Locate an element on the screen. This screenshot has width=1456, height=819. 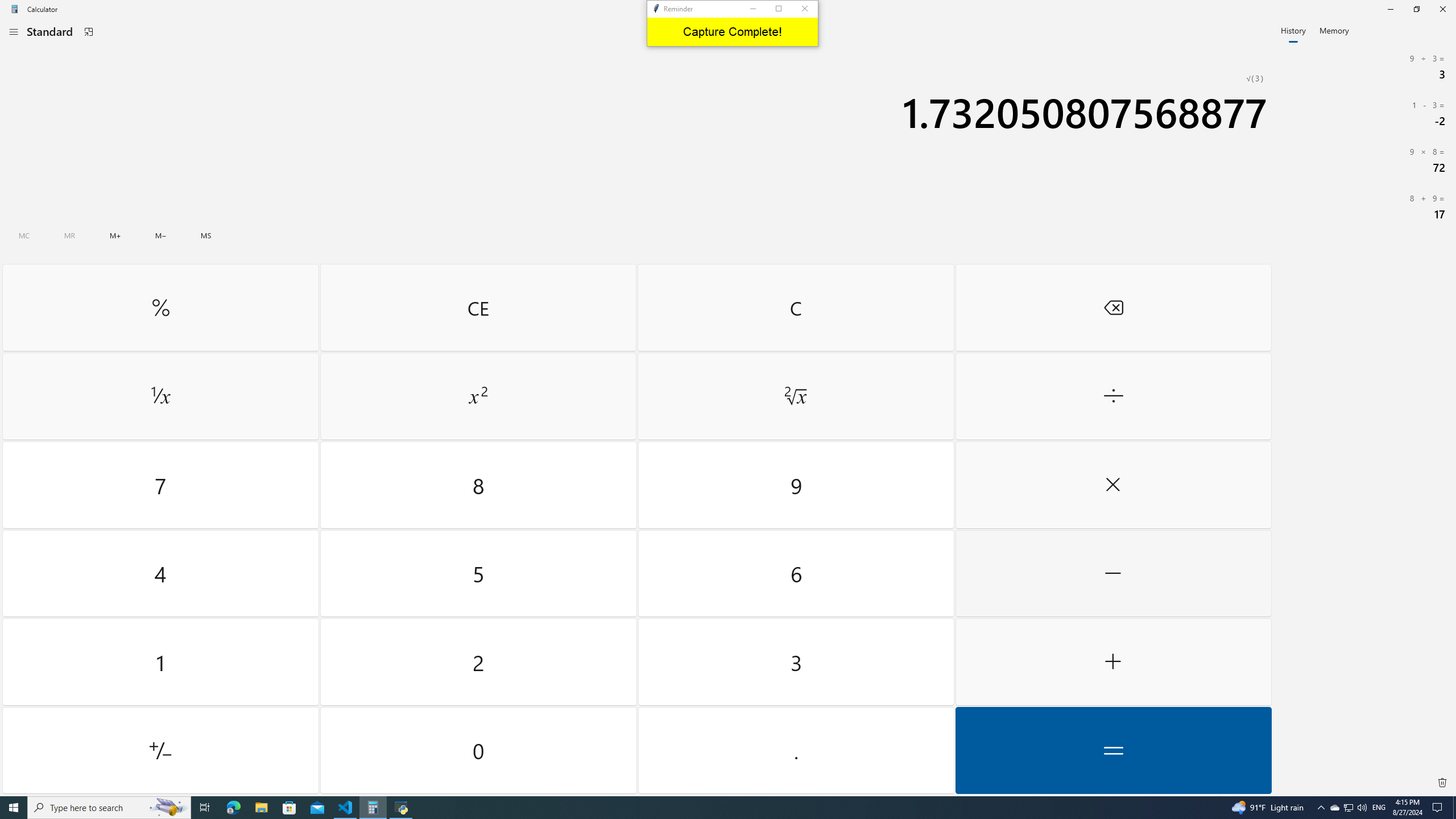
'Close Calculator' is located at coordinates (1442, 9).